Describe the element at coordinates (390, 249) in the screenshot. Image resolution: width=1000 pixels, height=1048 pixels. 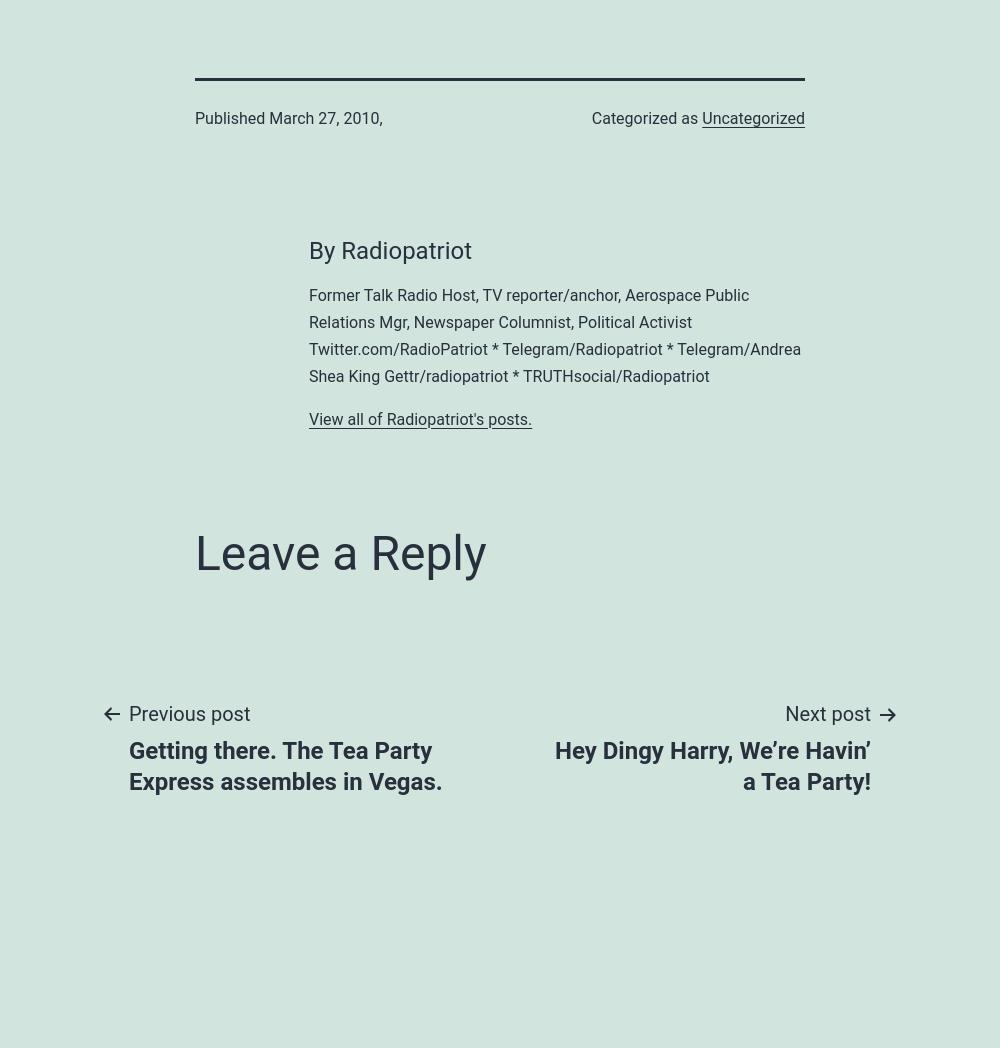
I see `'By Radiopatriot'` at that location.